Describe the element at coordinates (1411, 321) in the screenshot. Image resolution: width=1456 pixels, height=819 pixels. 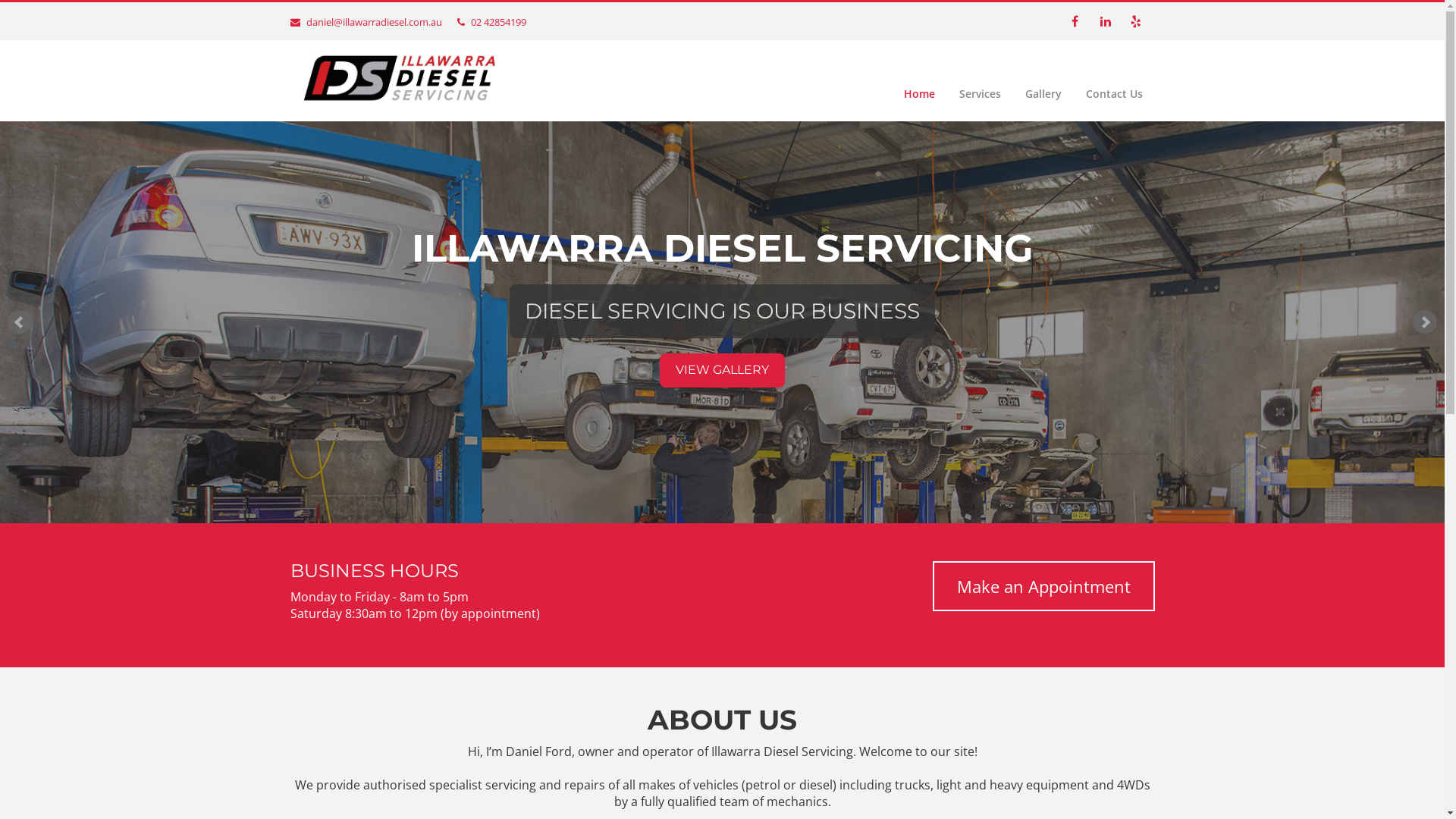
I see `'Next'` at that location.